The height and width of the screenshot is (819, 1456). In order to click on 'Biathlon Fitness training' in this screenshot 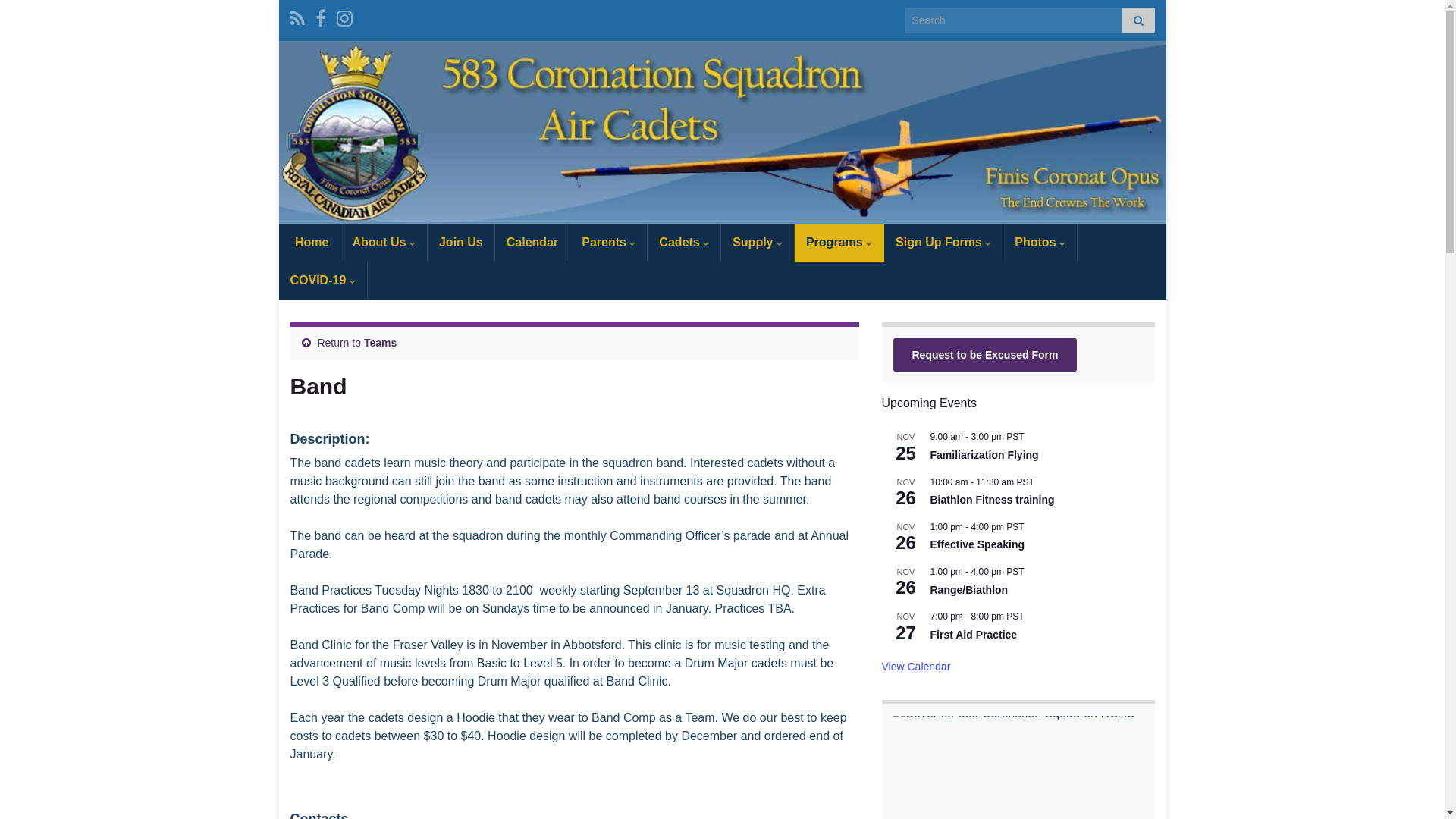, I will do `click(992, 500)`.